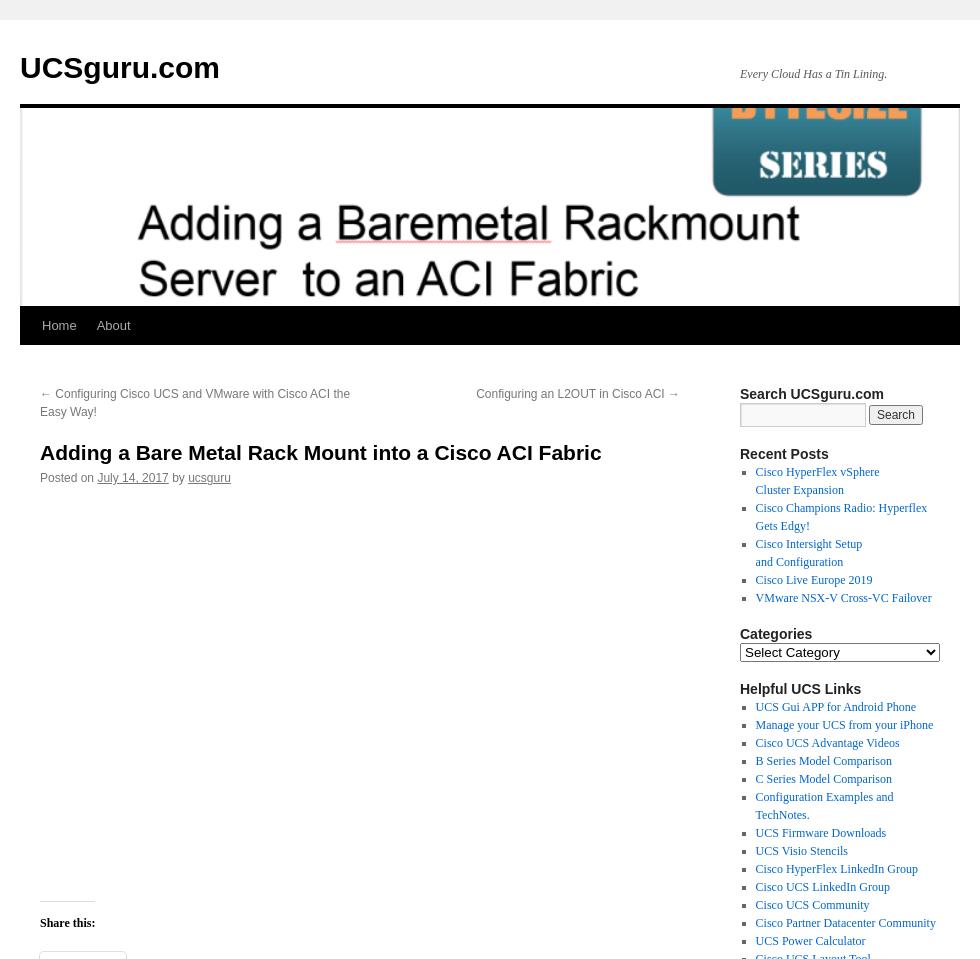  Describe the element at coordinates (754, 760) in the screenshot. I see `'B Series Model Comparison'` at that location.